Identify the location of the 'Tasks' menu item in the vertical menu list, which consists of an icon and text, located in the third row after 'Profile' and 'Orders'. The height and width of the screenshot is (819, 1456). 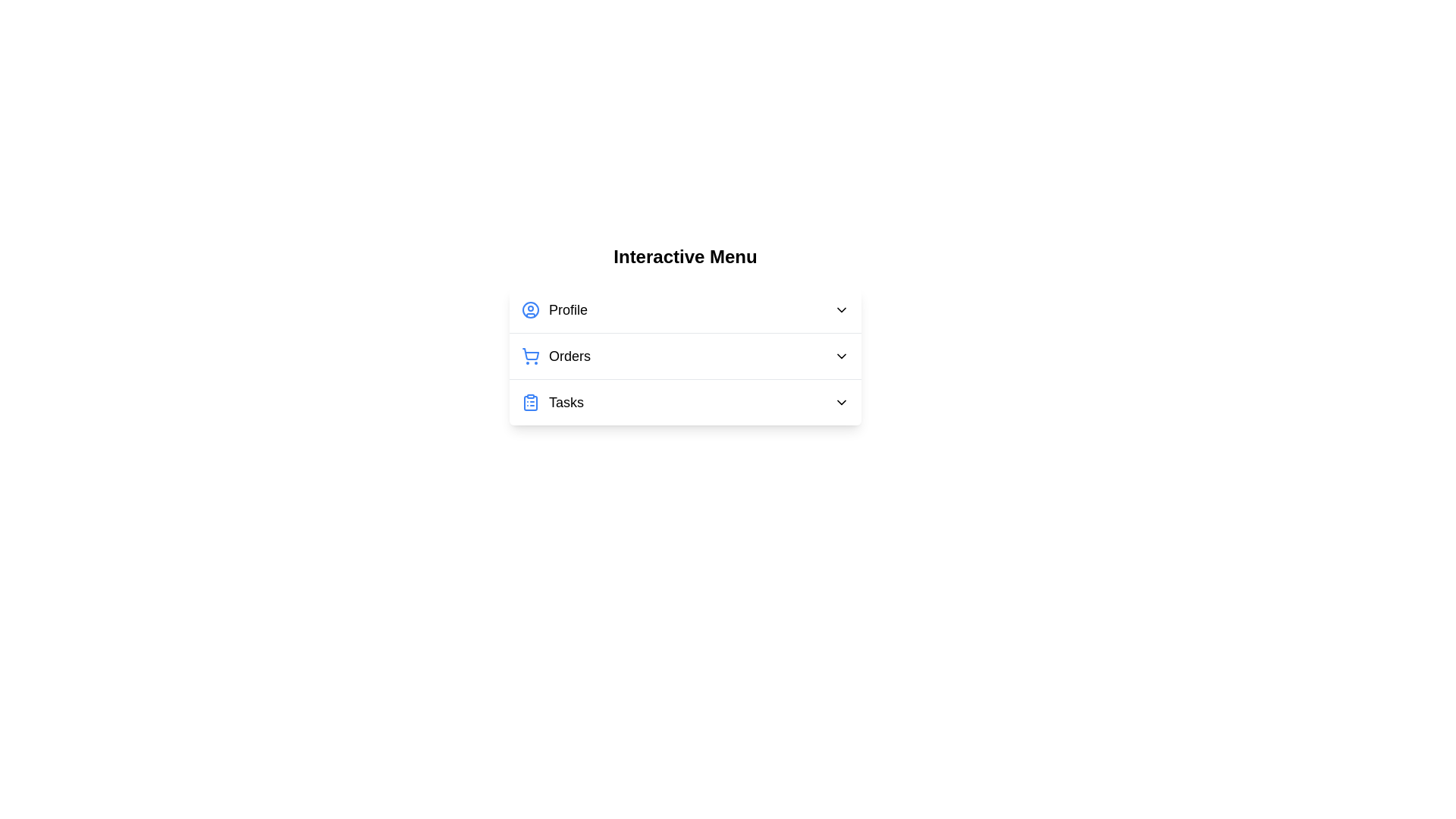
(552, 402).